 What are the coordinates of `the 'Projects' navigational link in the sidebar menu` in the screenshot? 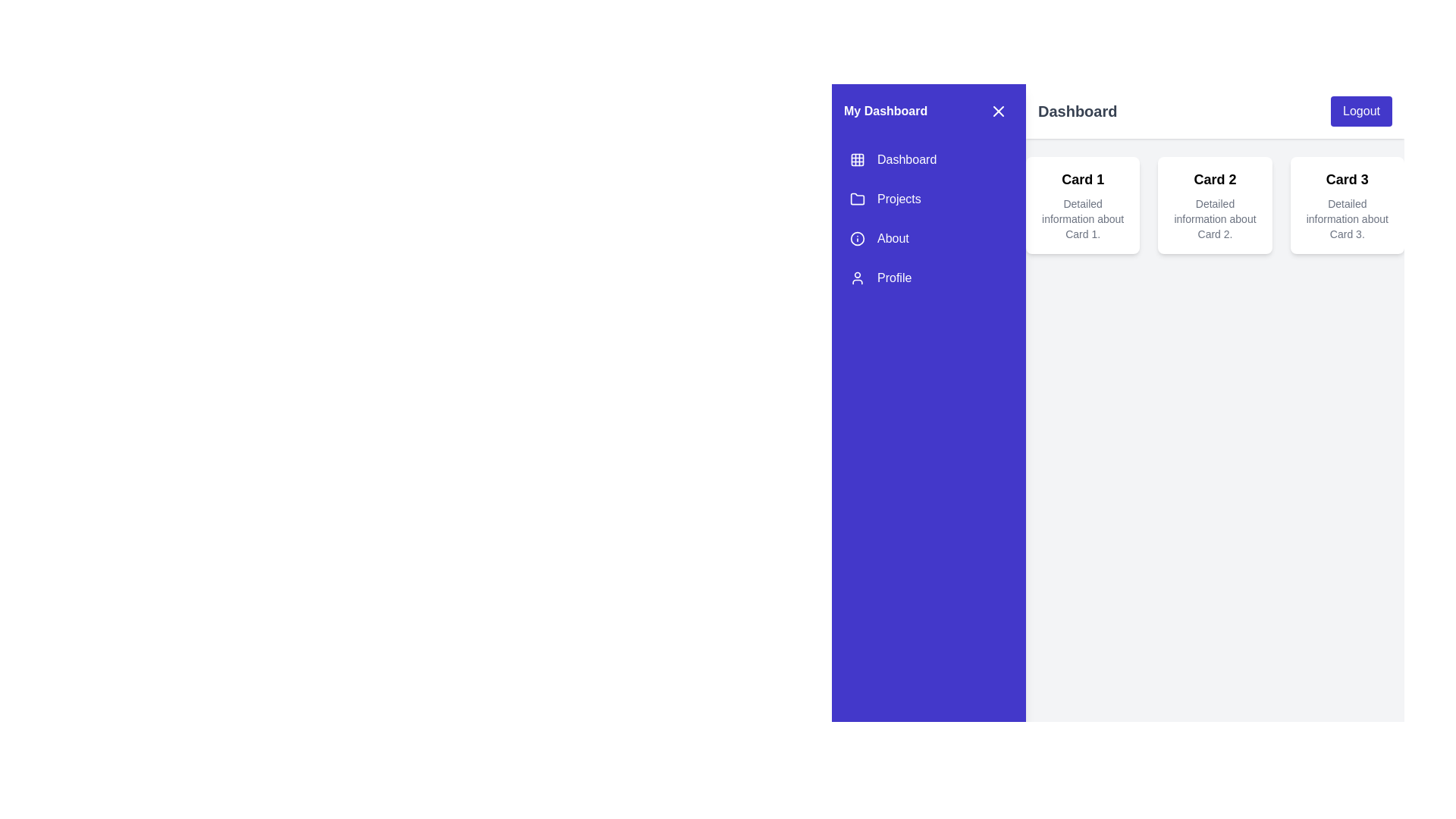 It's located at (927, 219).